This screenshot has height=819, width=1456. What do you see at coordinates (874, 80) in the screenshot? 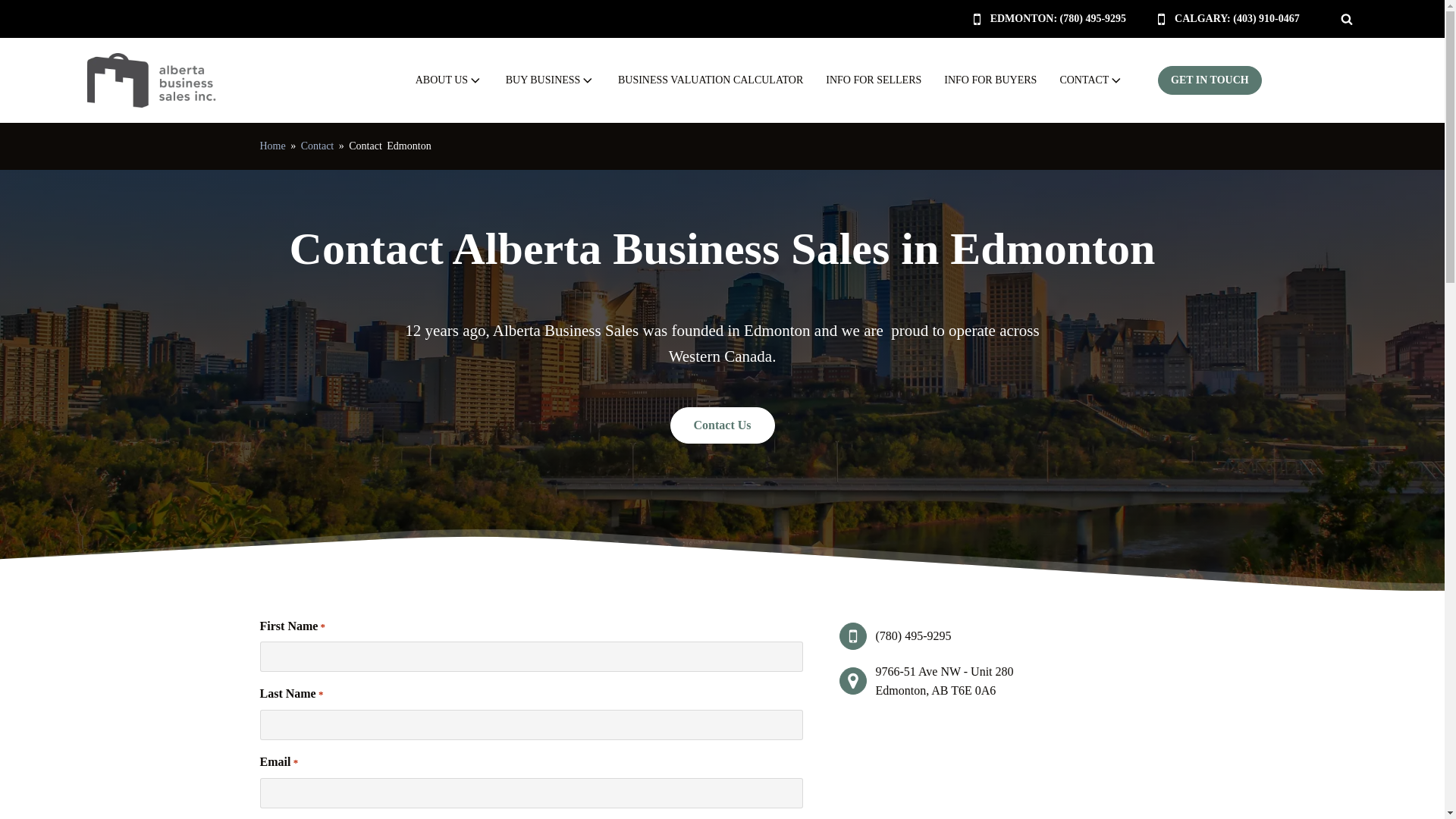
I see `'INFO FOR SELLERS'` at bounding box center [874, 80].